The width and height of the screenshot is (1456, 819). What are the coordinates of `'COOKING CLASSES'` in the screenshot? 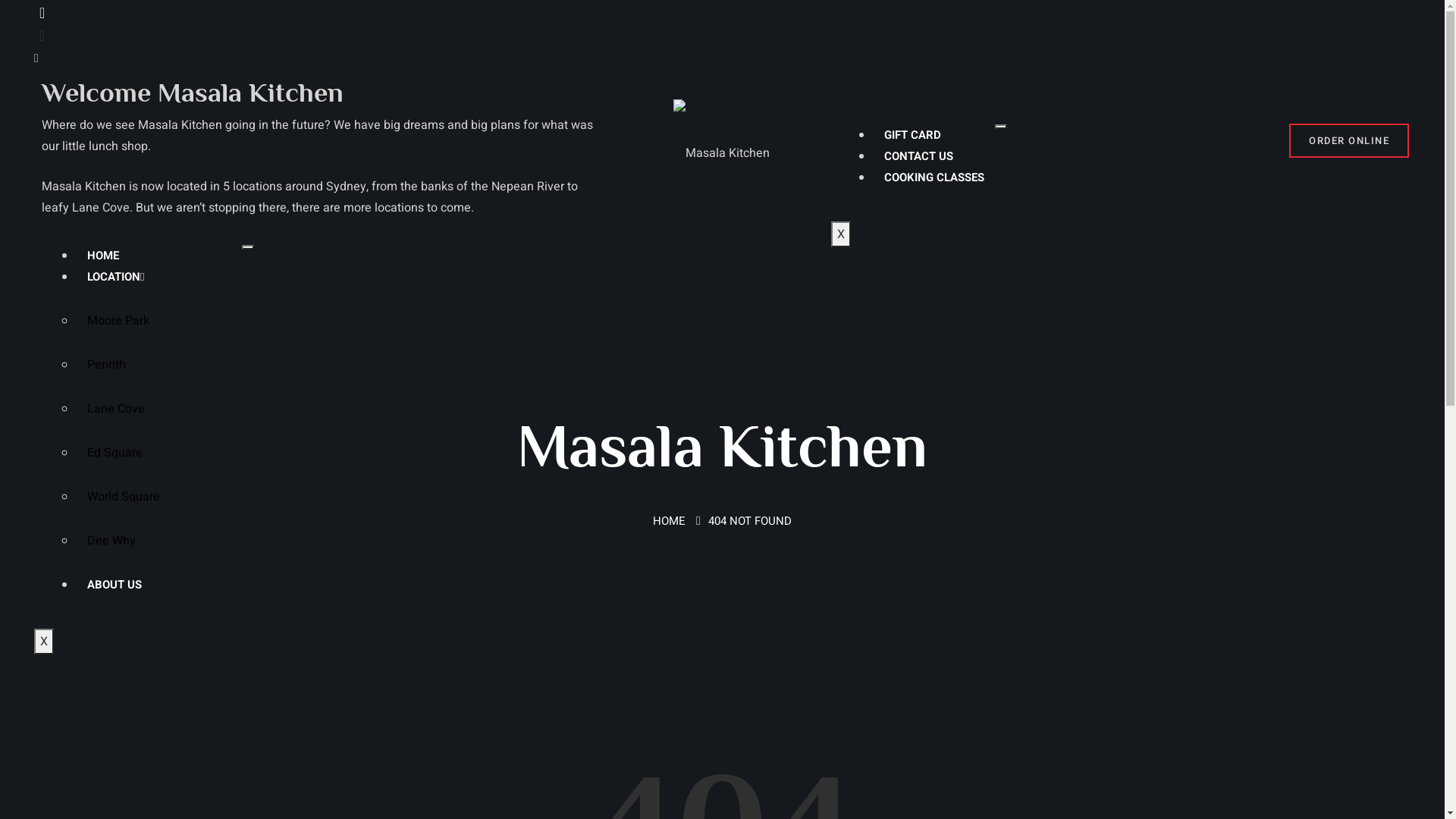 It's located at (873, 177).